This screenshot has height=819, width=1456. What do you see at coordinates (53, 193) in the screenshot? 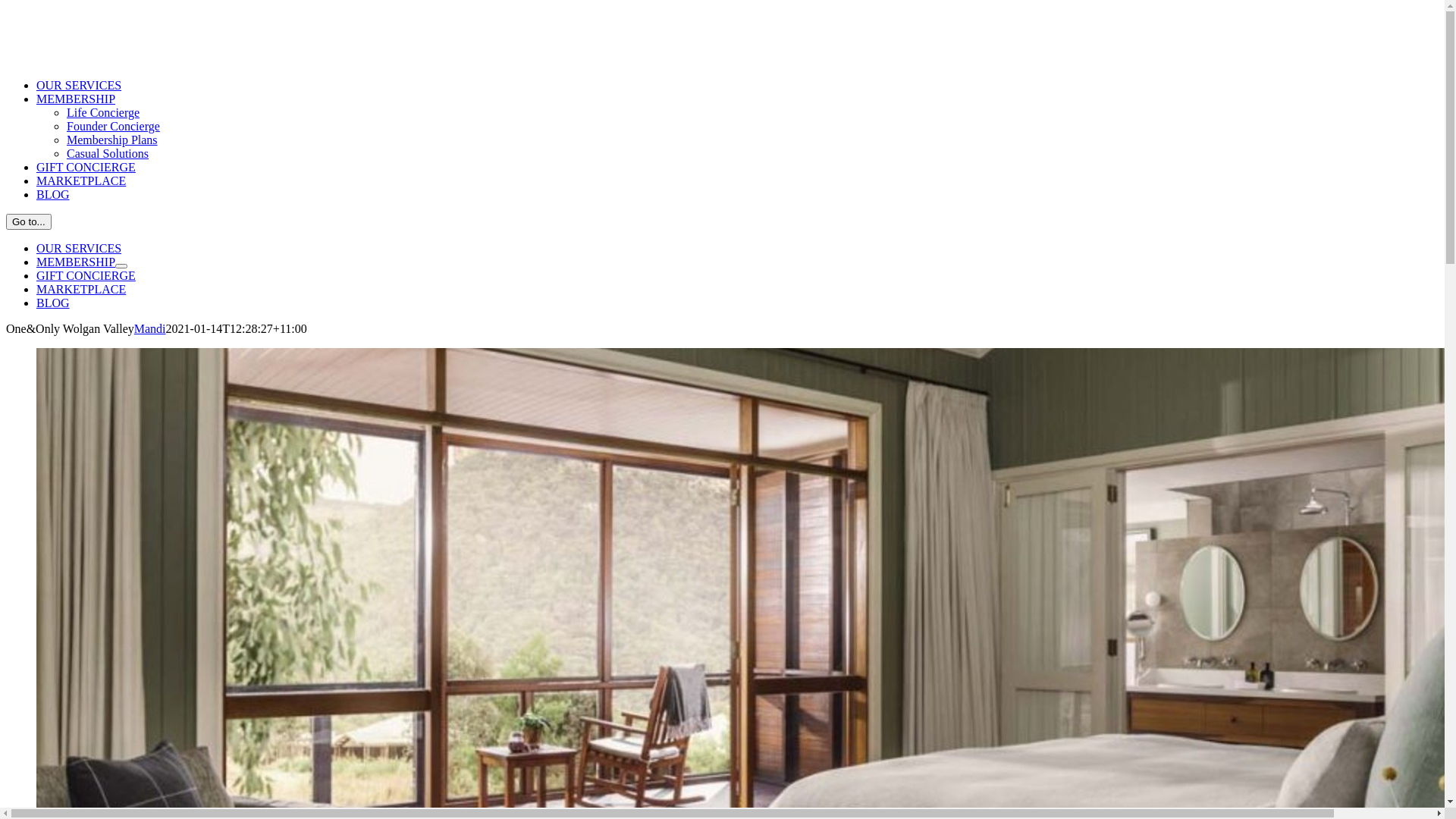
I see `'BLOG'` at bounding box center [53, 193].